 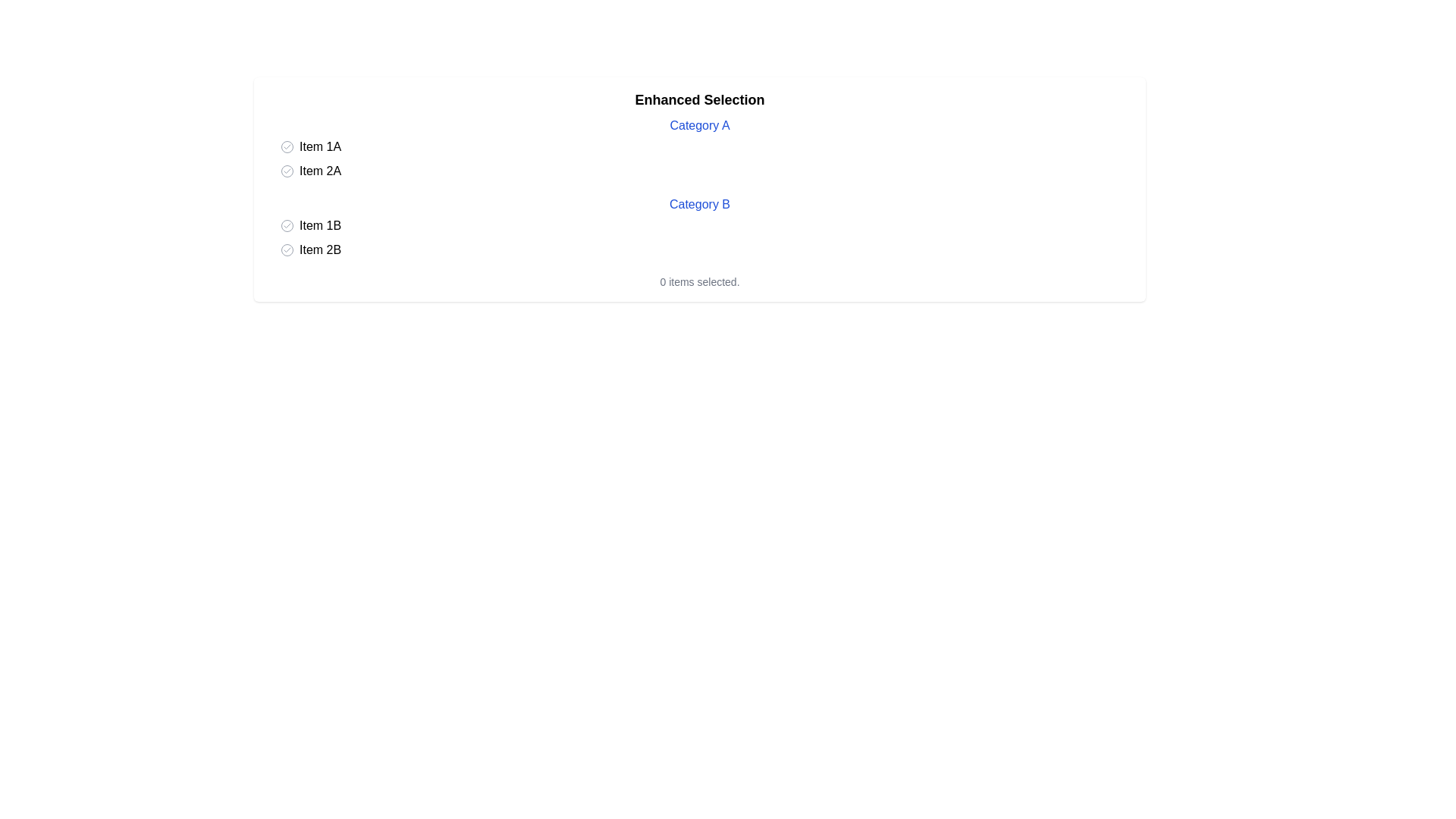 What do you see at coordinates (287, 225) in the screenshot?
I see `the checkmark icon within the circular radio button for the option labeled 'Item 1B'` at bounding box center [287, 225].